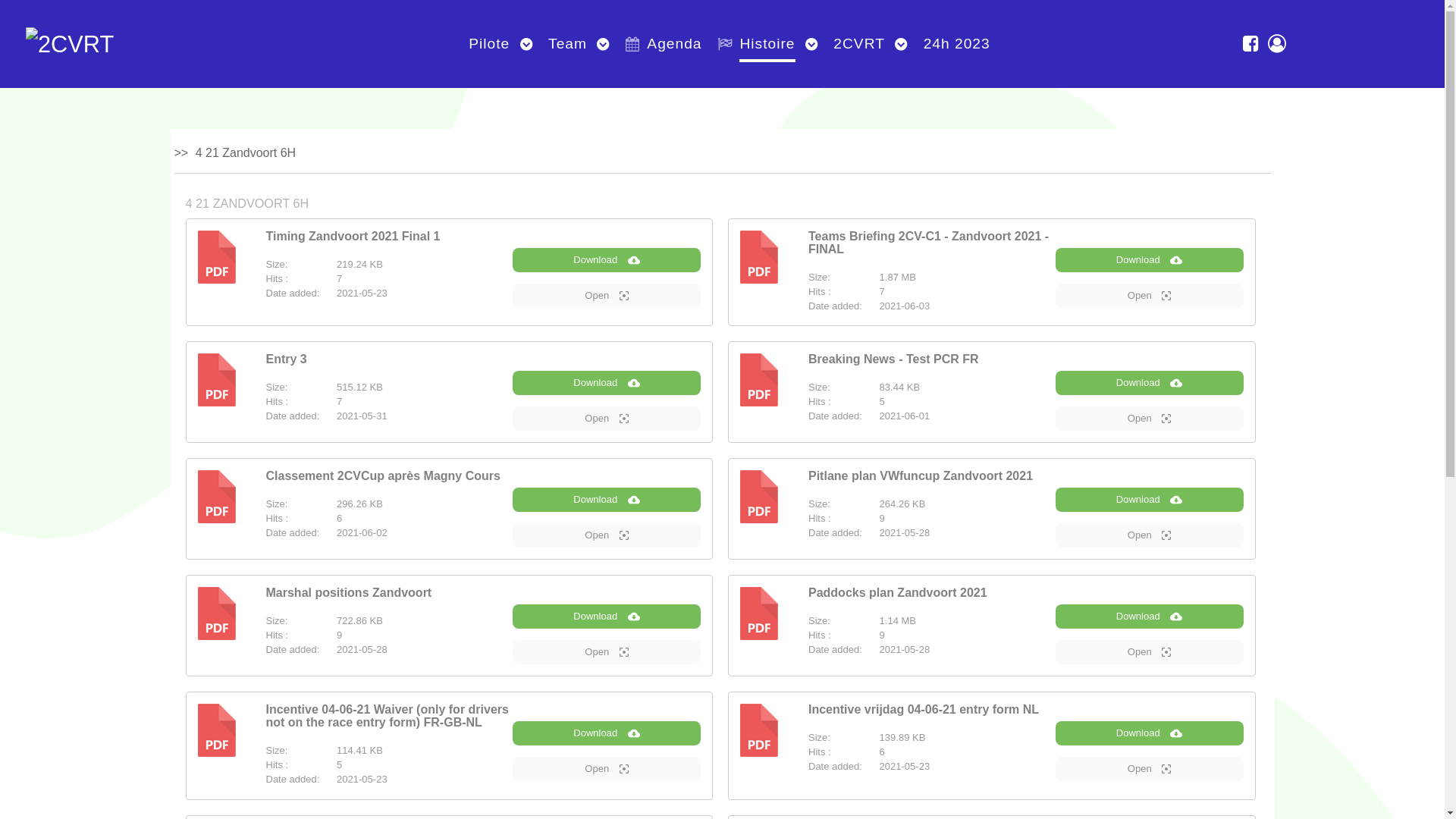  What do you see at coordinates (1150, 617) in the screenshot?
I see `'Download'` at bounding box center [1150, 617].